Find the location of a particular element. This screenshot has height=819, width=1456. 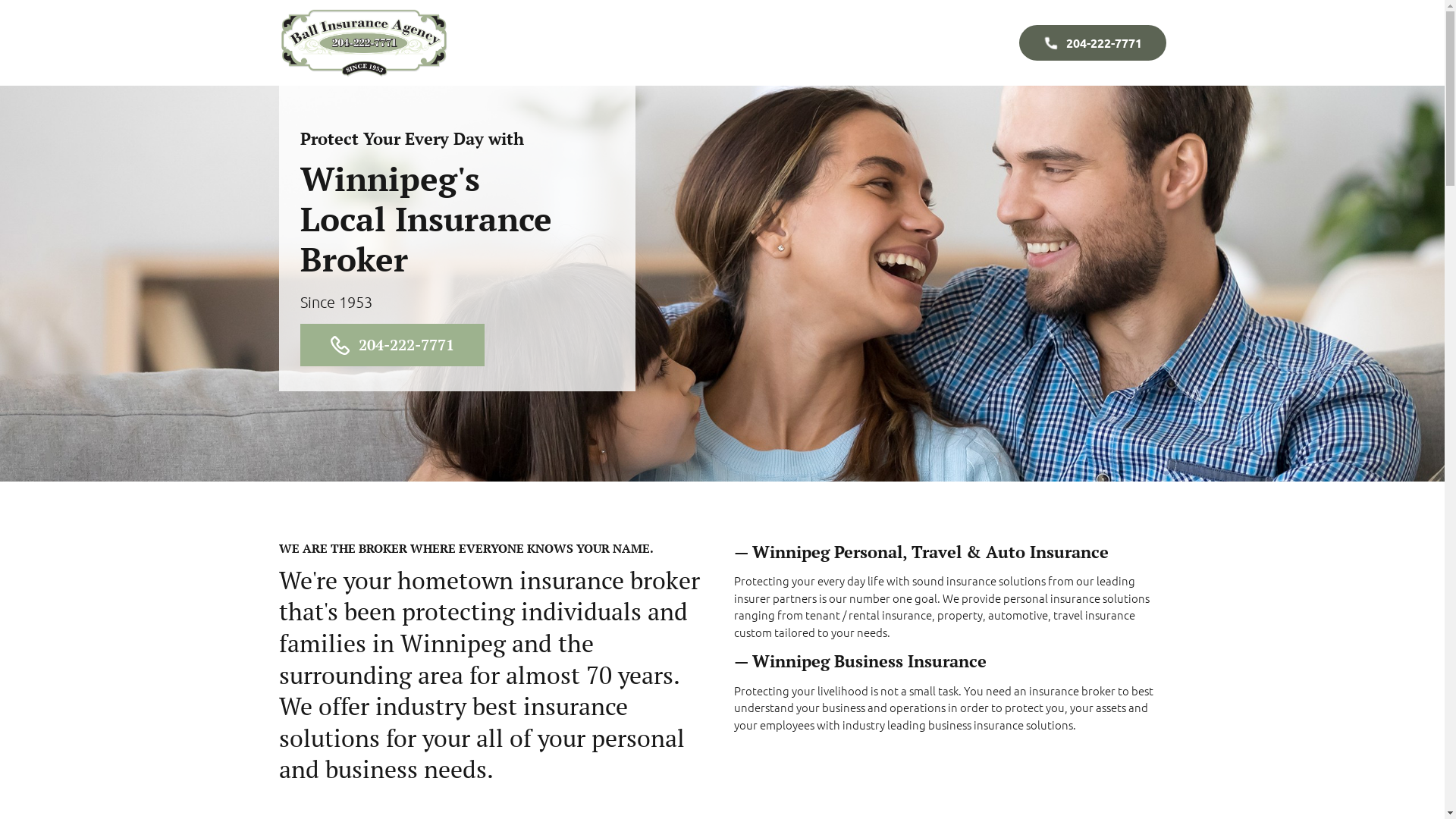

'204-222-7771' is located at coordinates (393, 345).